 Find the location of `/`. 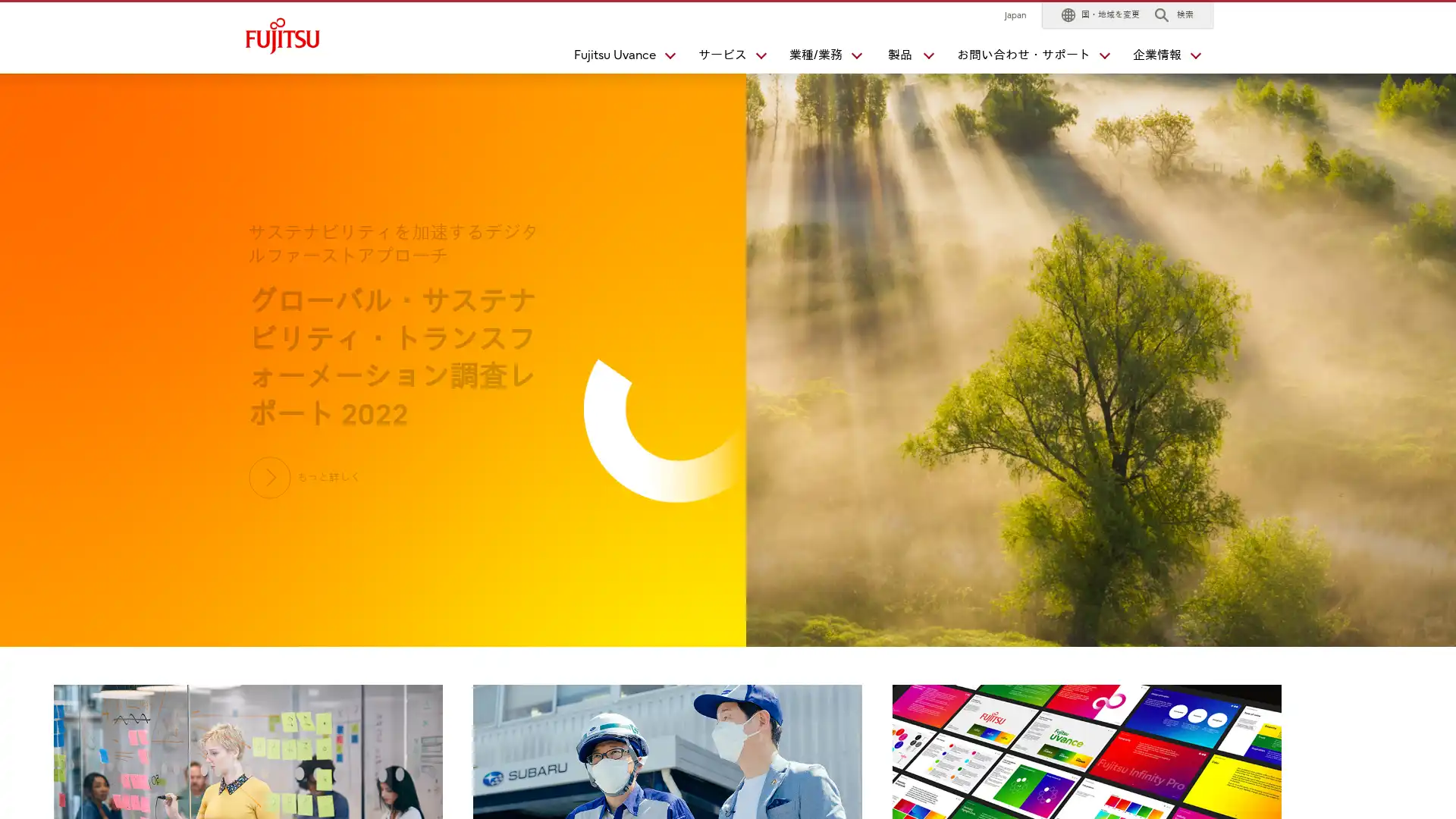

/ is located at coordinates (818, 58).